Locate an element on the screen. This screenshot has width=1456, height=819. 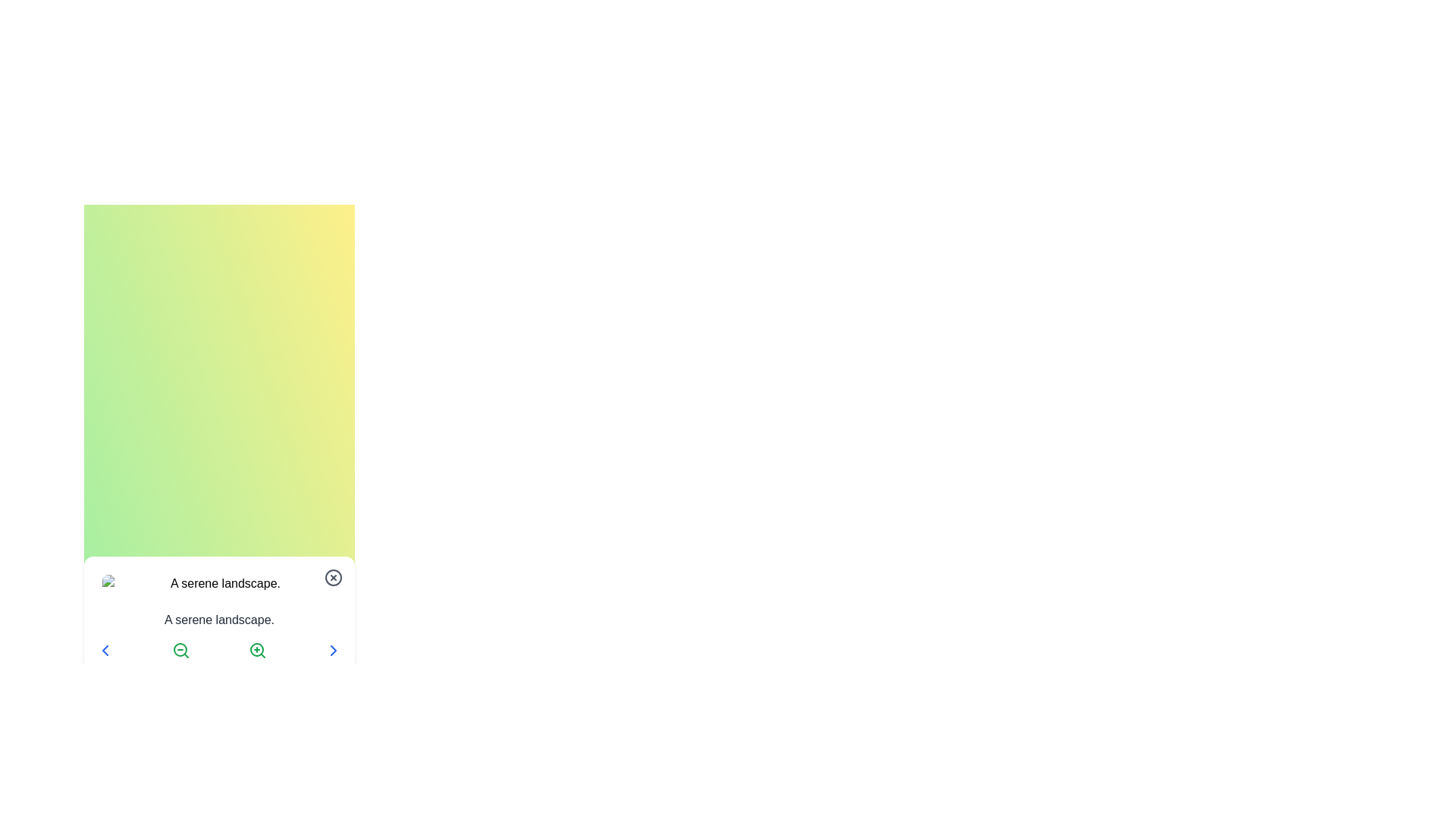
the rightward pointing chevron arrow icon, which is styled as a thin outline in blue and is positioned at the bottom right corner of the interface is located at coordinates (333, 649).